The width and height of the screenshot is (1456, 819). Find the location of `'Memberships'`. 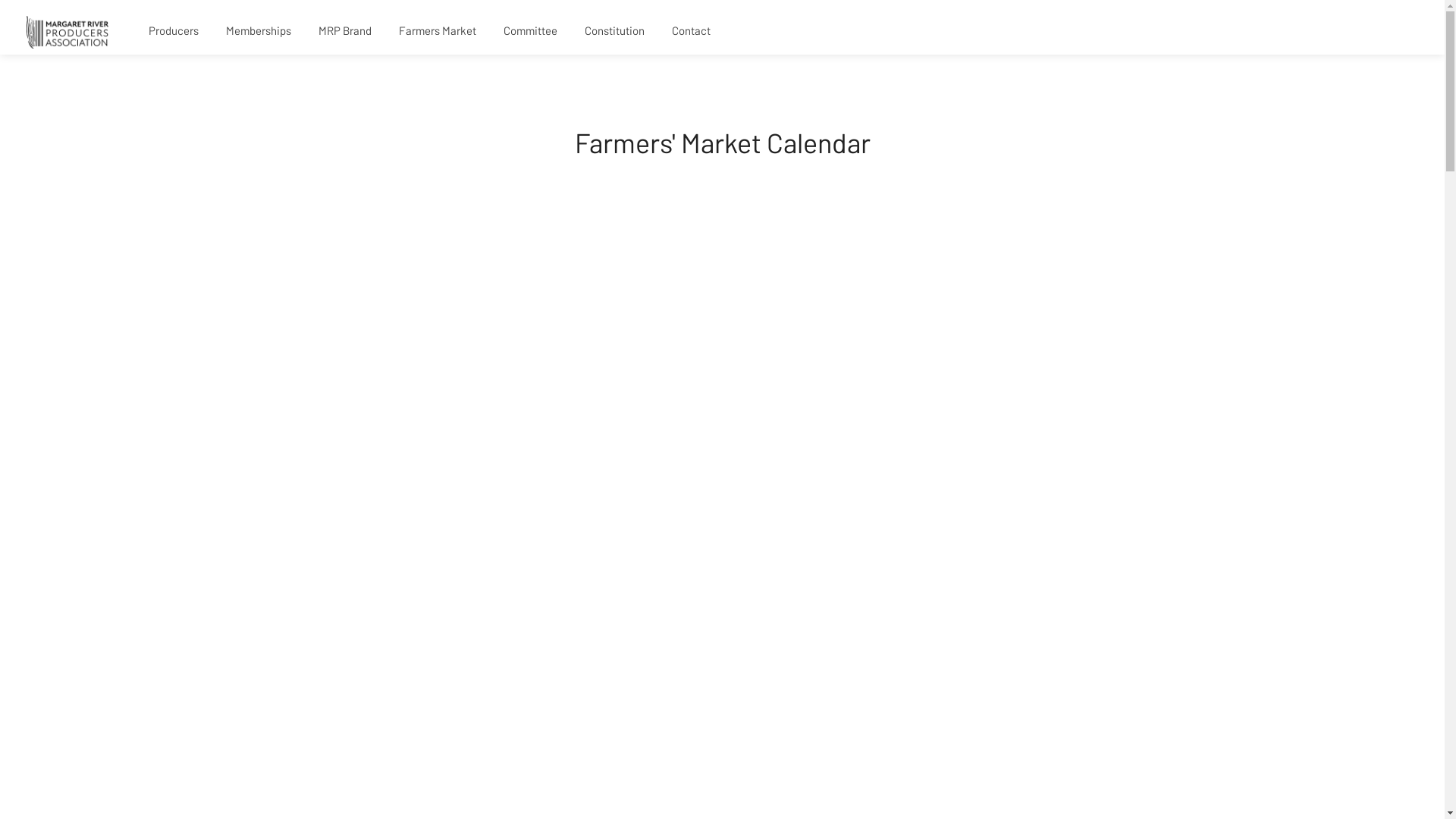

'Memberships' is located at coordinates (258, 31).